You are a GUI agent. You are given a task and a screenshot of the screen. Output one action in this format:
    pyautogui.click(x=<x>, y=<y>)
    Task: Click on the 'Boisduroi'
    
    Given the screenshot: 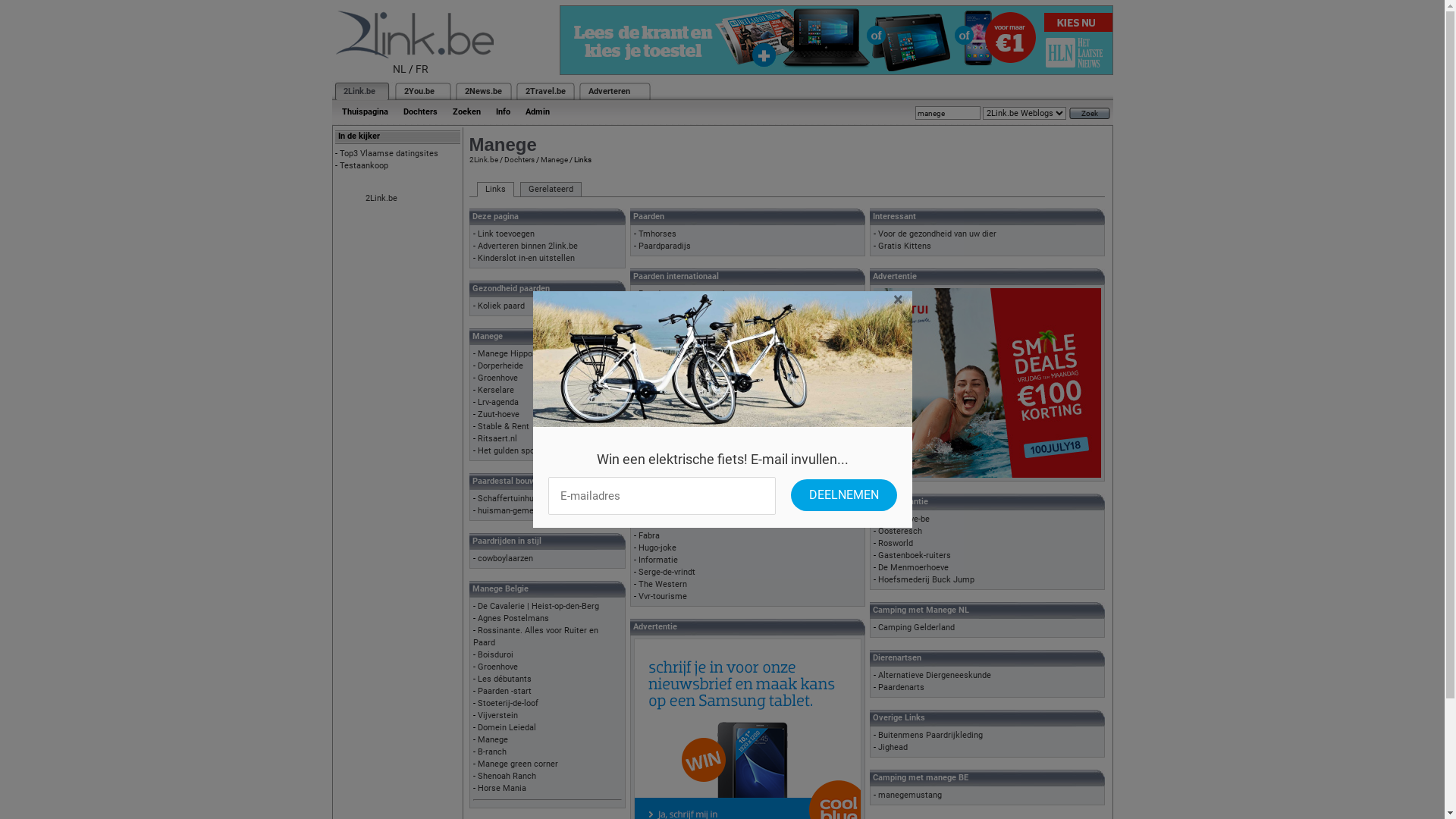 What is the action you would take?
    pyautogui.click(x=495, y=654)
    